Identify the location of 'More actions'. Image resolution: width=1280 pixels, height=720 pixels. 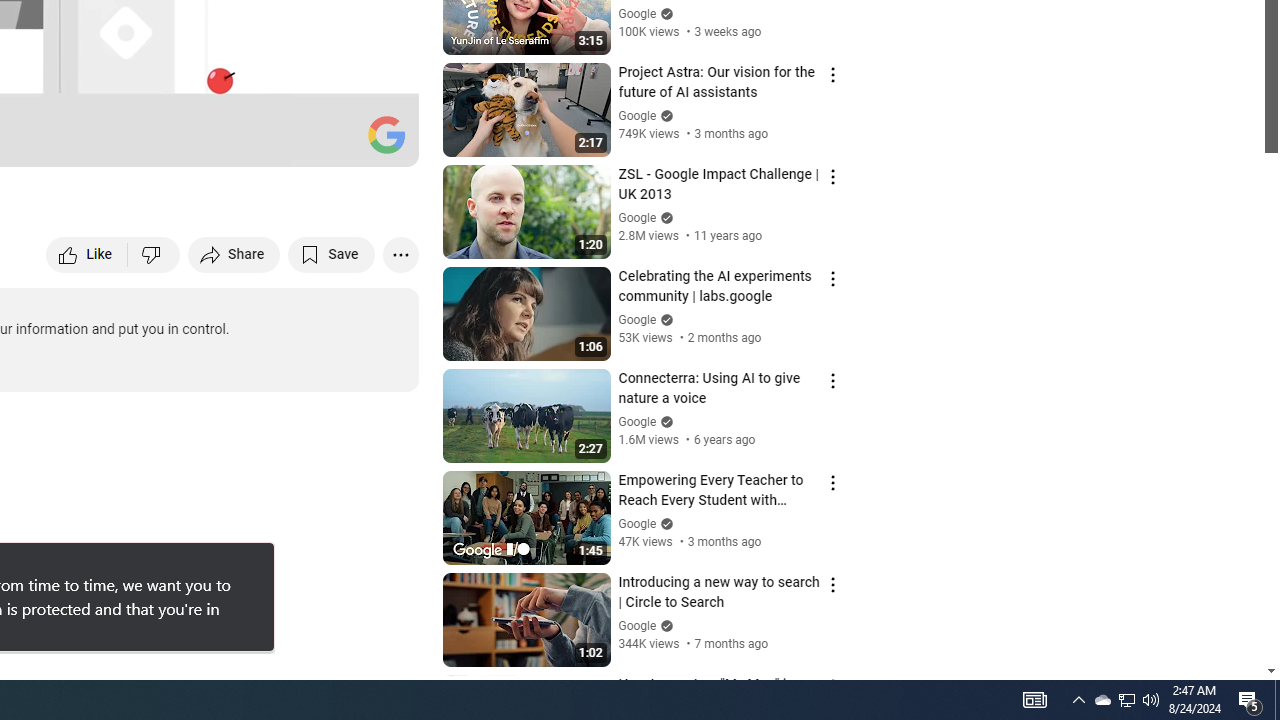
(400, 253).